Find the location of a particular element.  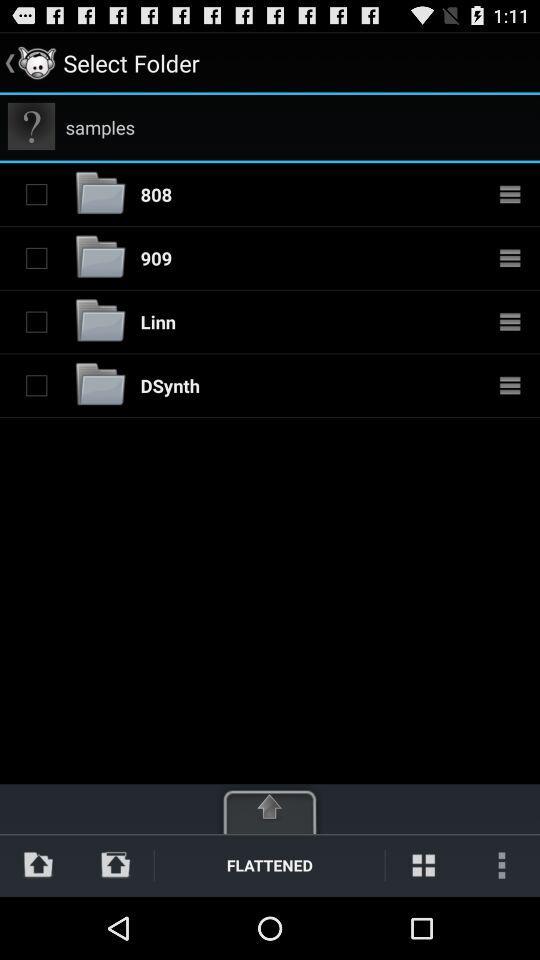

the folder is located at coordinates (36, 384).